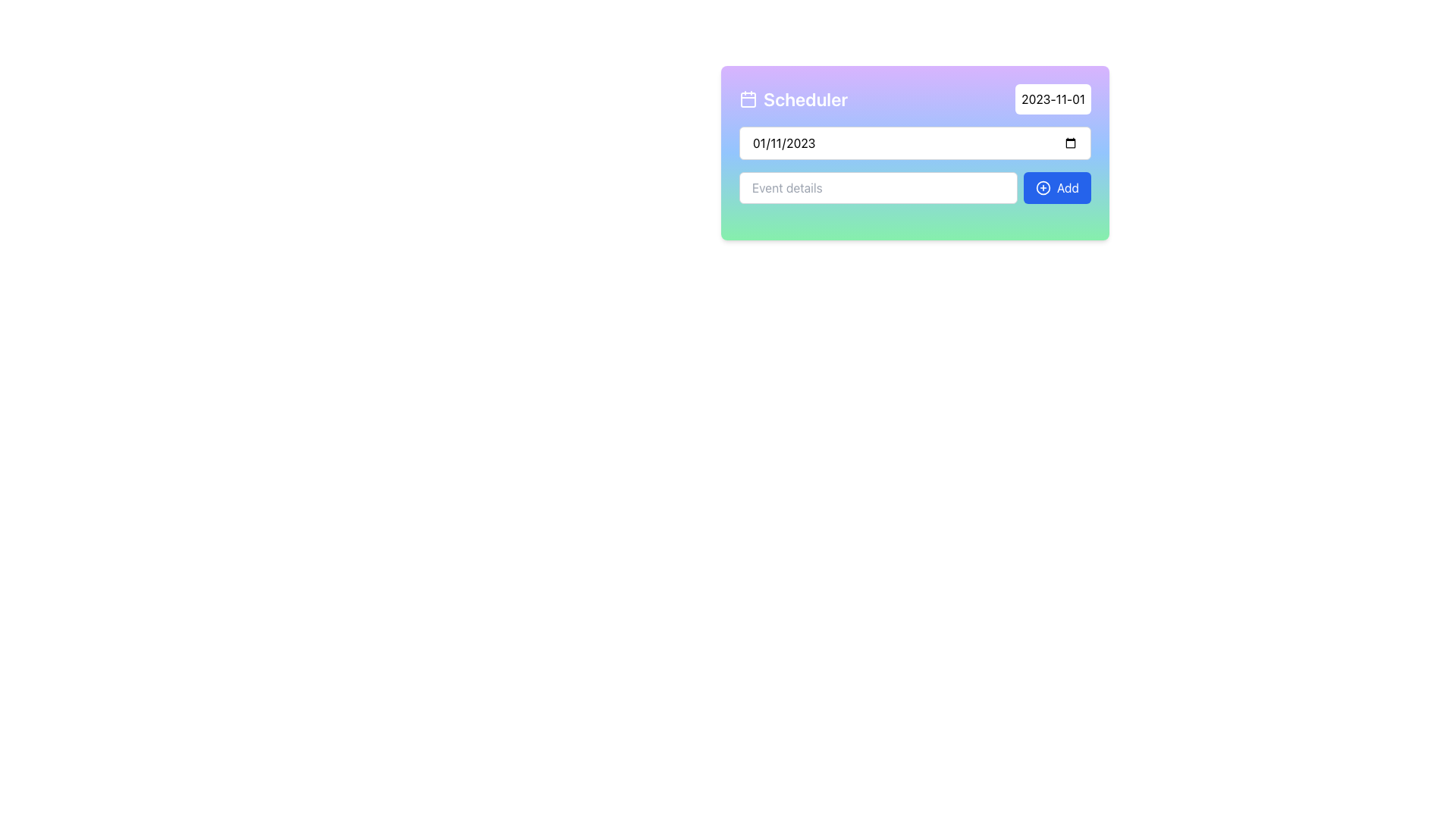 This screenshot has height=819, width=1456. Describe the element at coordinates (748, 99) in the screenshot. I see `the compact square calendar icon located to the left of the text 'Scheduler'` at that location.